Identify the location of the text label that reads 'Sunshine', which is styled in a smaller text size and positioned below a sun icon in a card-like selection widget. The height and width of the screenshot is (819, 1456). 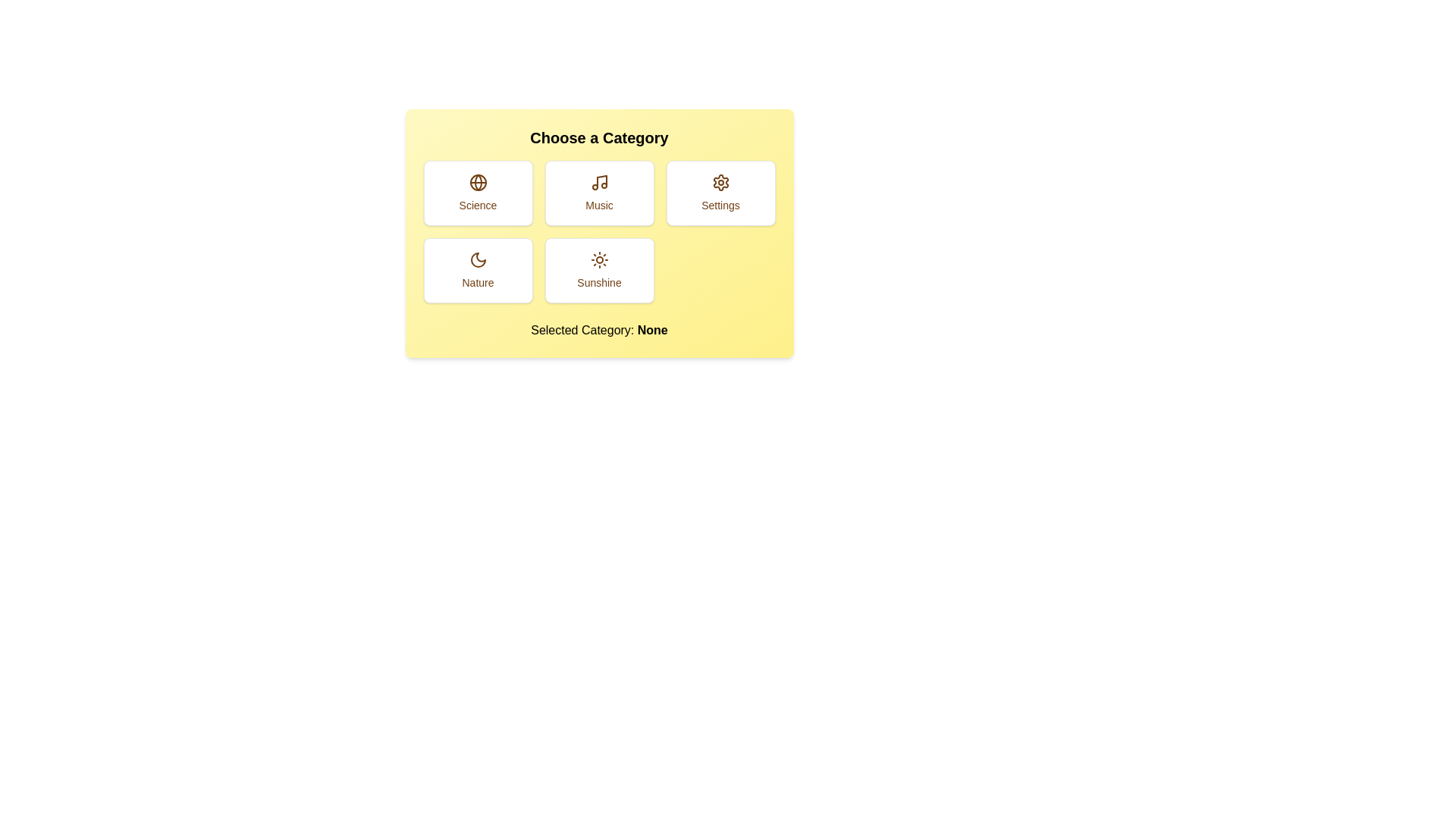
(598, 283).